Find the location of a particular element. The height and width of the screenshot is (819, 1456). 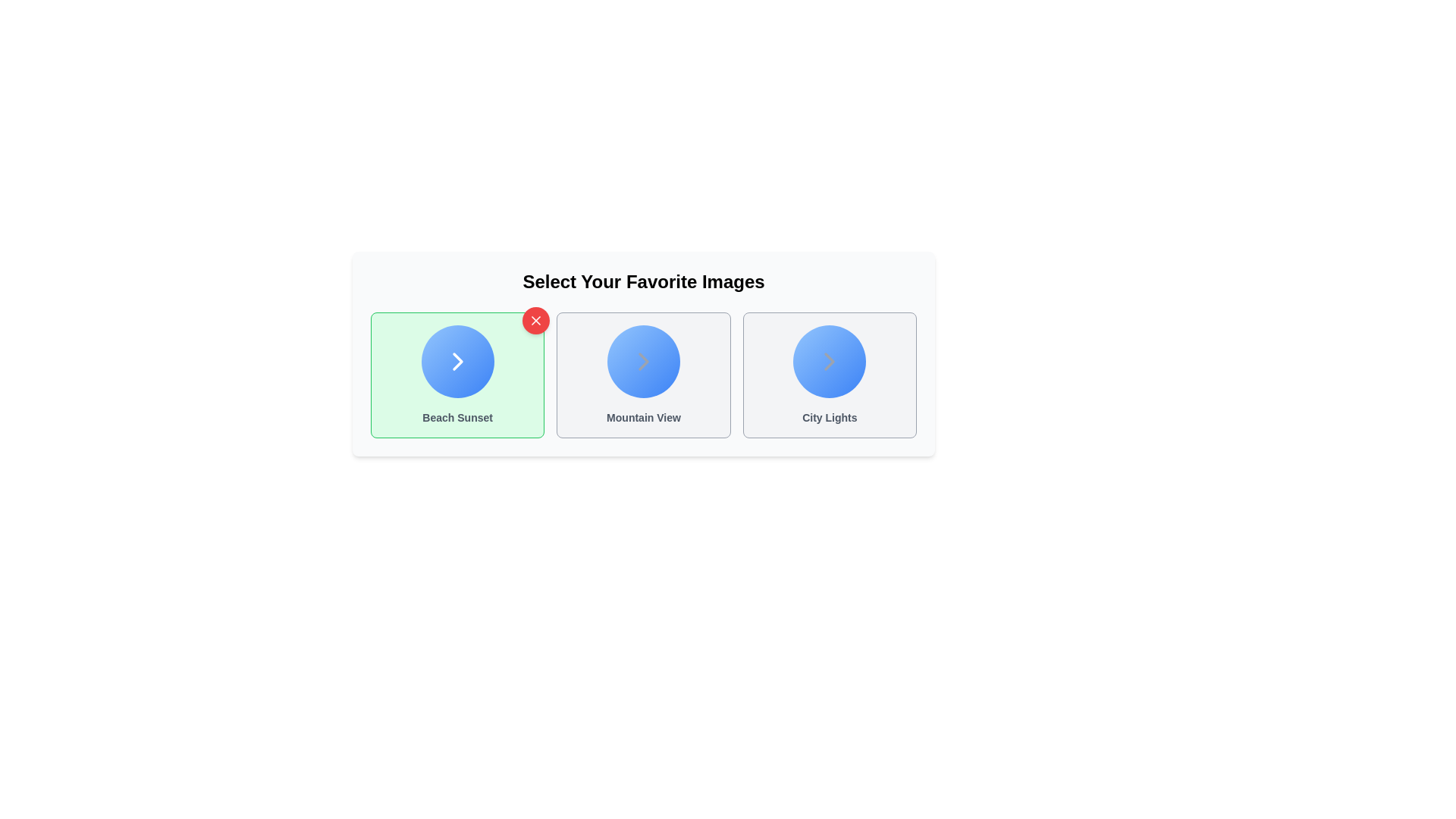

the image labeled Beach Sunset to toggle its selection is located at coordinates (457, 375).